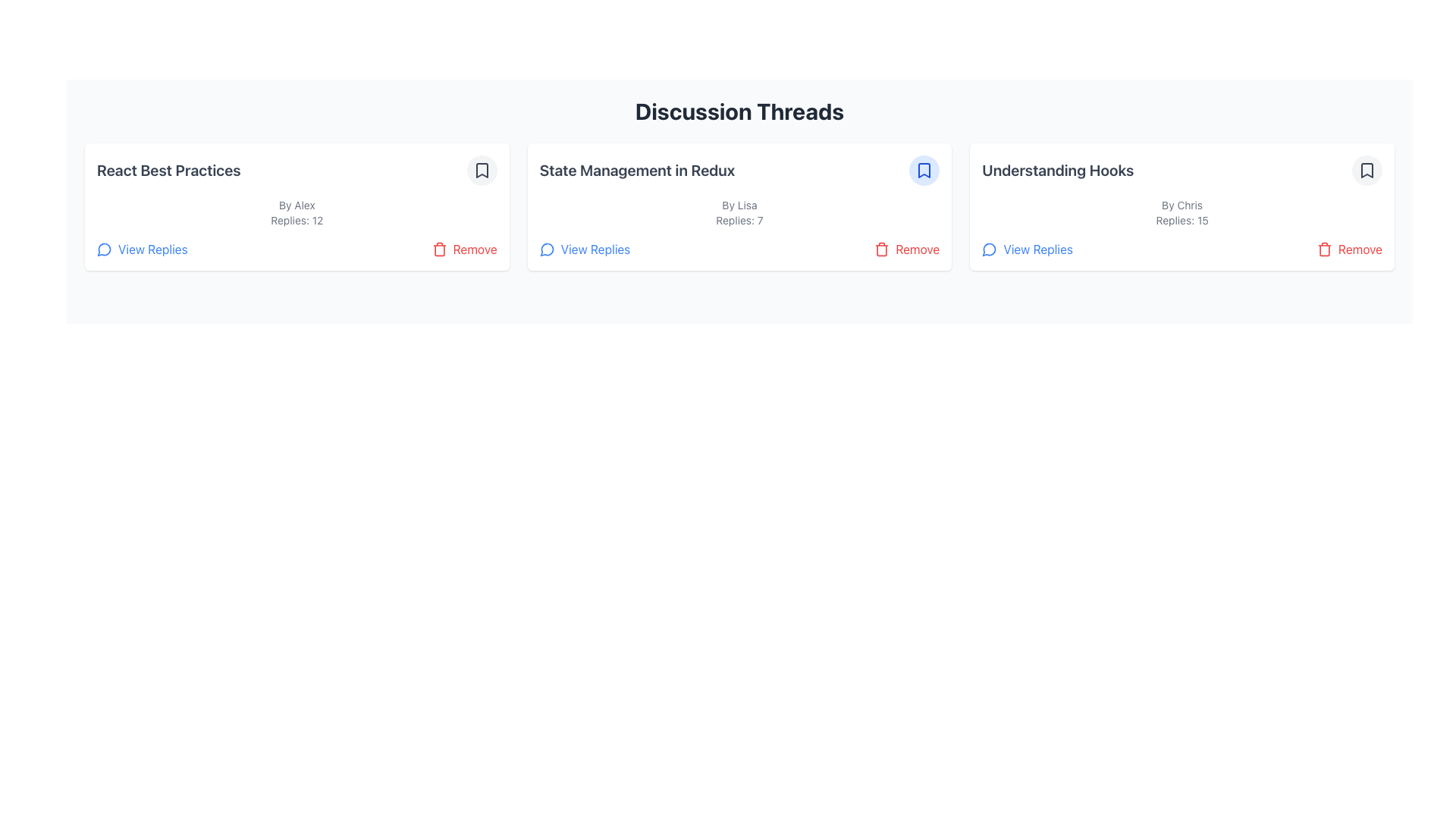  I want to click on the speech bubble SVG icon representing message functionality located in the discussion card titled 'React Best Practices', so click(103, 249).